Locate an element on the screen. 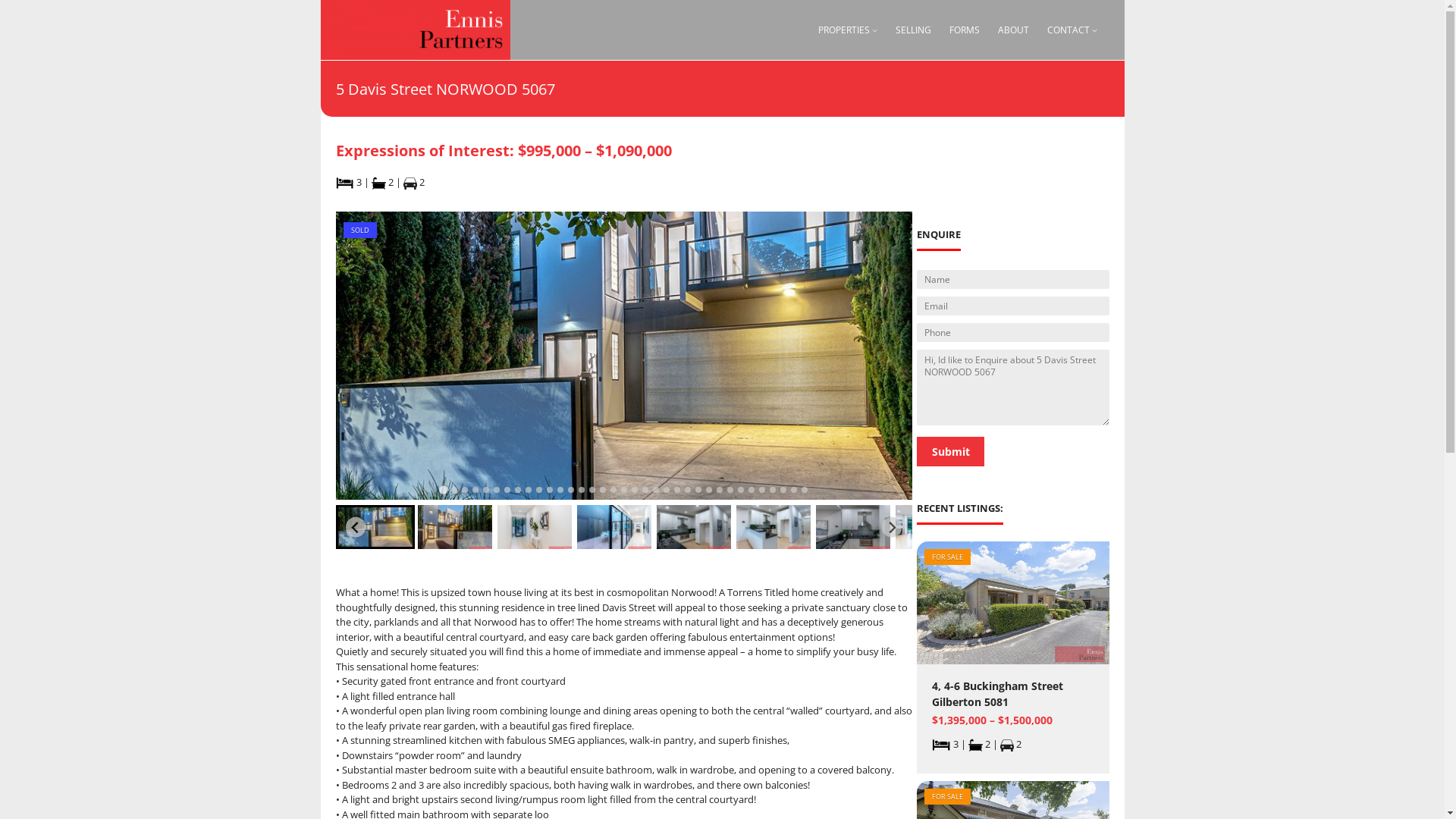 Image resolution: width=1456 pixels, height=819 pixels. 'PROPERTIES' is located at coordinates (817, 30).